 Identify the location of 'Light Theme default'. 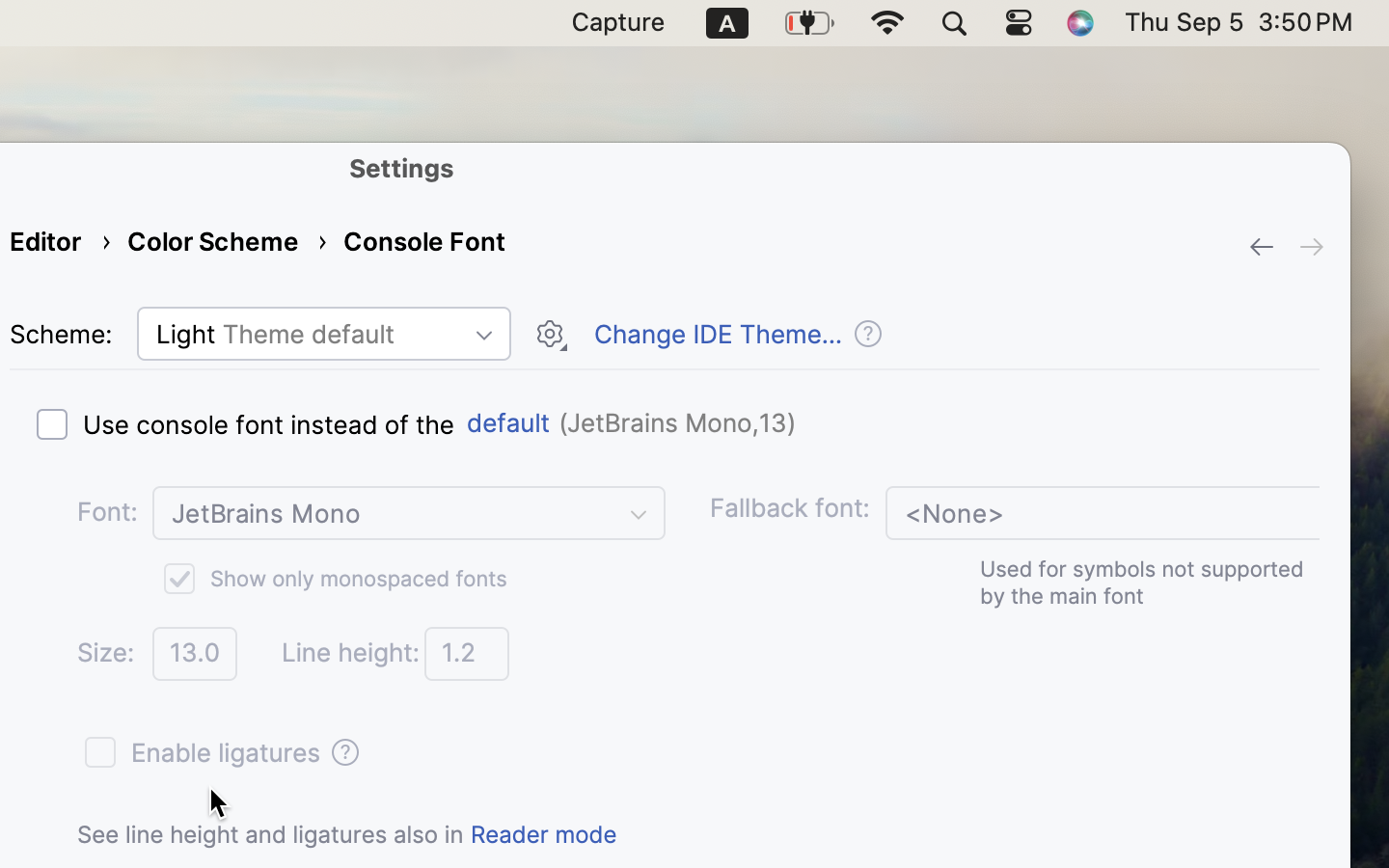
(323, 333).